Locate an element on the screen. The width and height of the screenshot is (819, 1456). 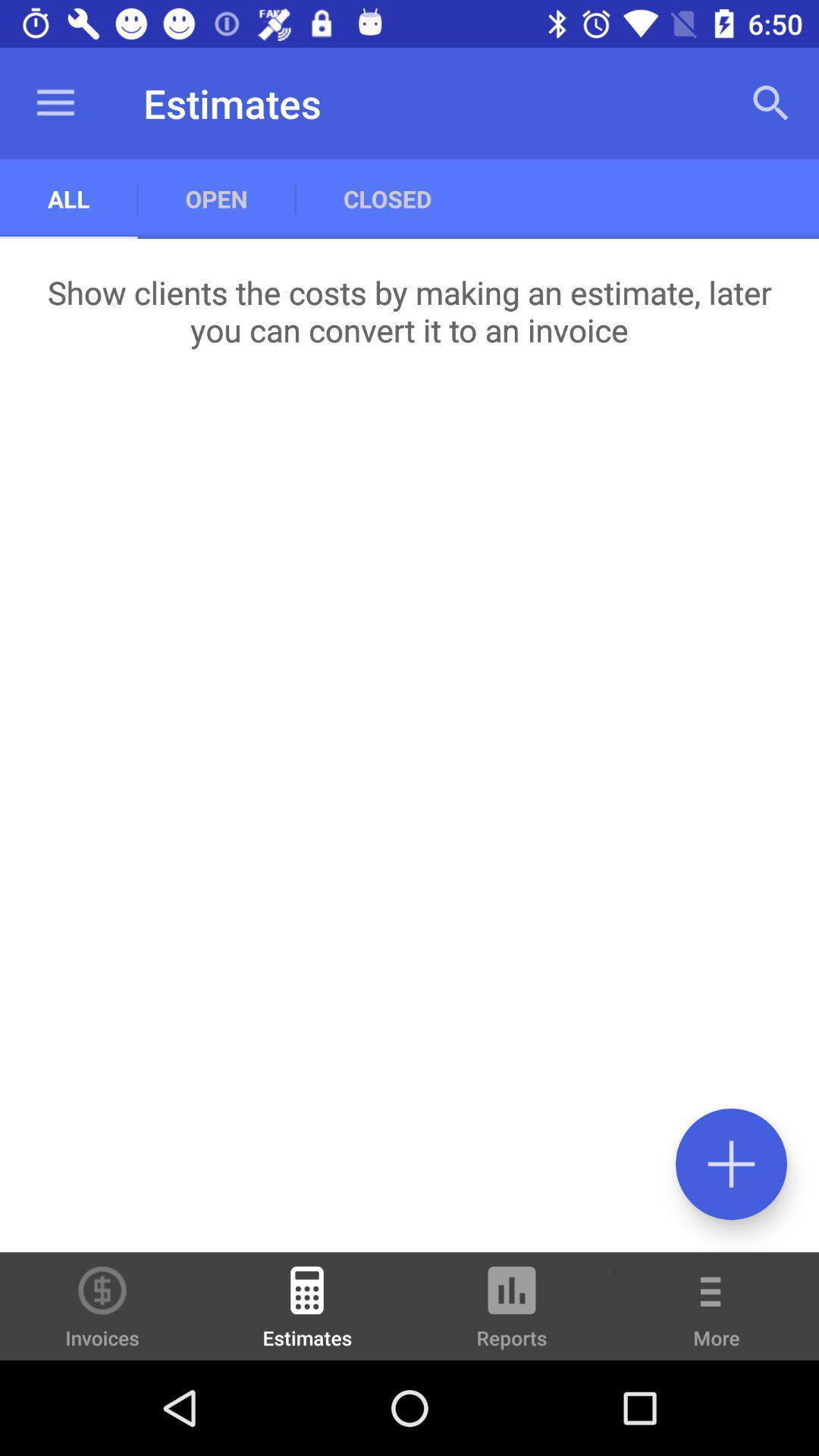
the icon below the show clients the item is located at coordinates (730, 1163).